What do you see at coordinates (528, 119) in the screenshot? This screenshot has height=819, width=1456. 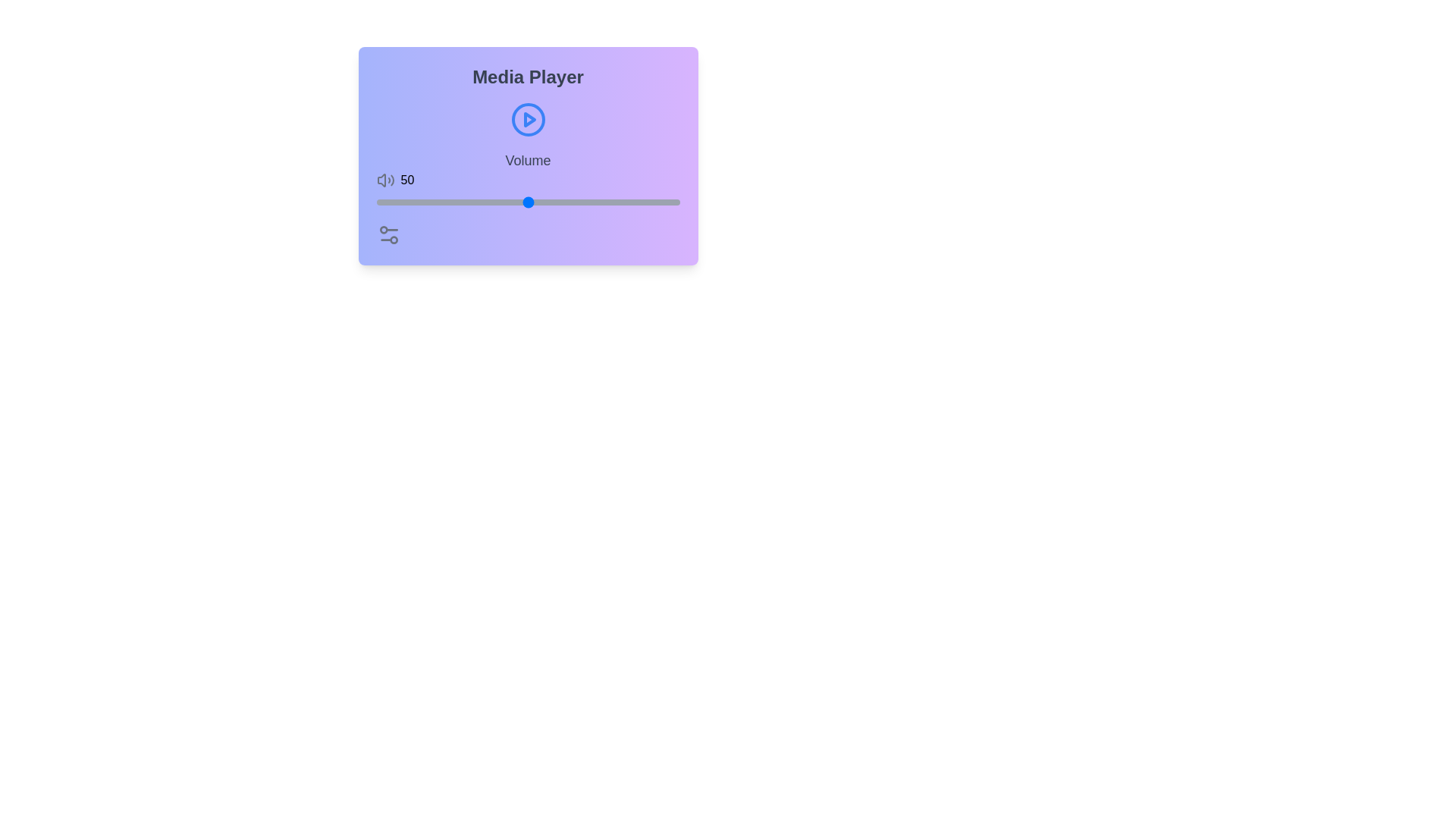 I see `the circular play button with a blue play symbol inside, located in the 'Media Player' interface, to play the media` at bounding box center [528, 119].